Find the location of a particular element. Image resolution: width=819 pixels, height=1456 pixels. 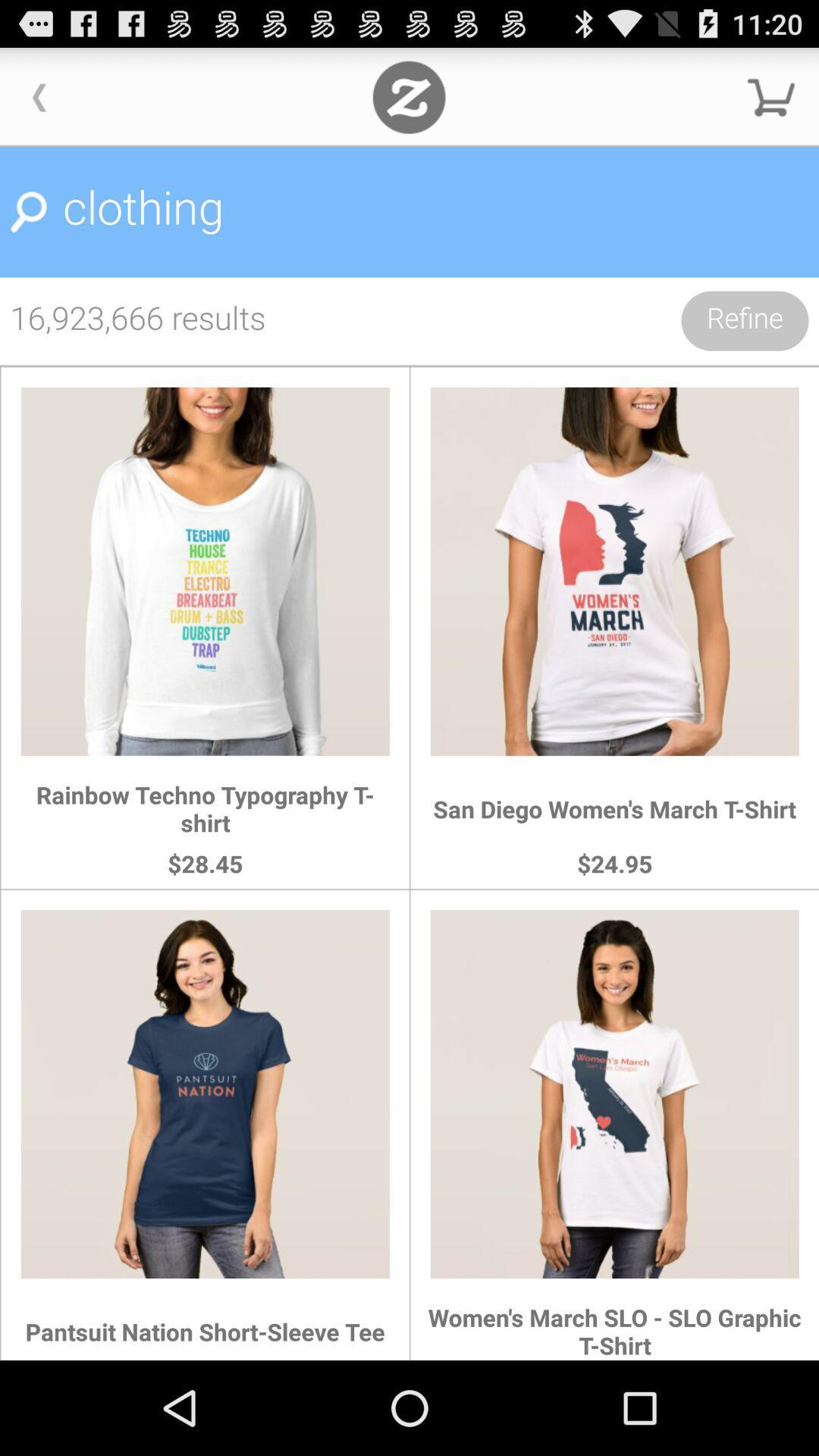

the icon below the clothing icon is located at coordinates (744, 320).